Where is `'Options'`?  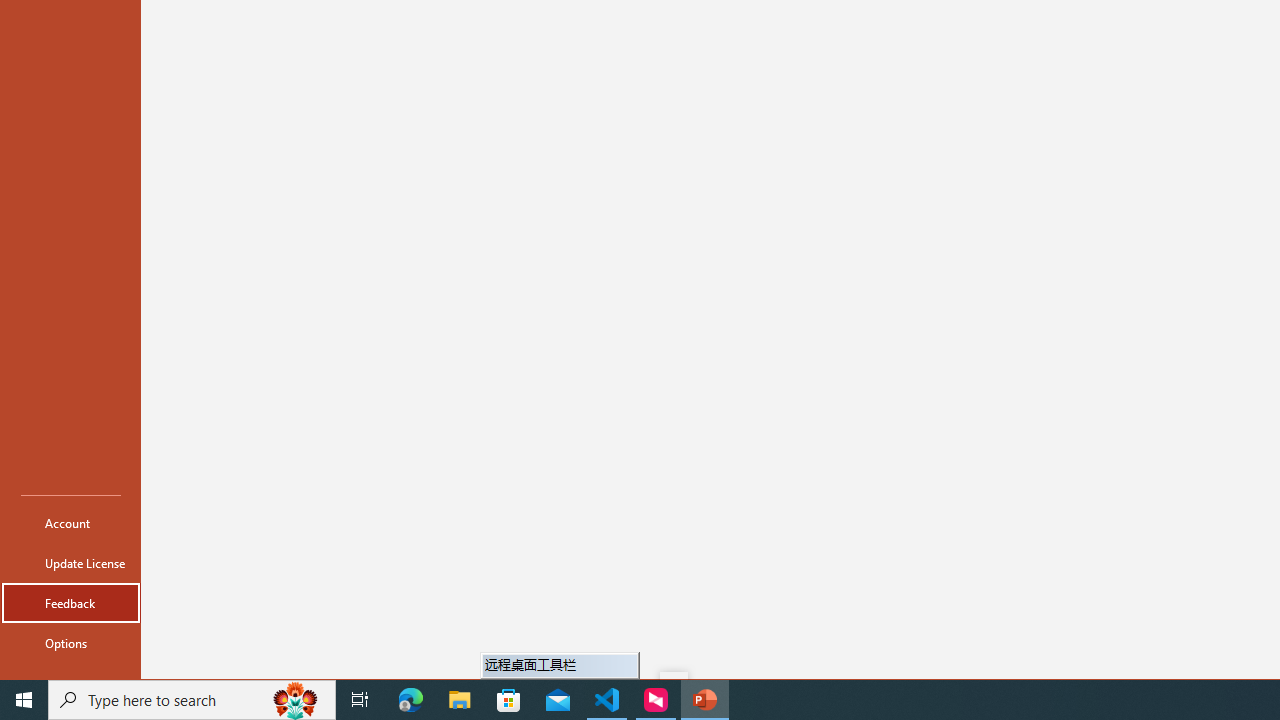
'Options' is located at coordinates (71, 642).